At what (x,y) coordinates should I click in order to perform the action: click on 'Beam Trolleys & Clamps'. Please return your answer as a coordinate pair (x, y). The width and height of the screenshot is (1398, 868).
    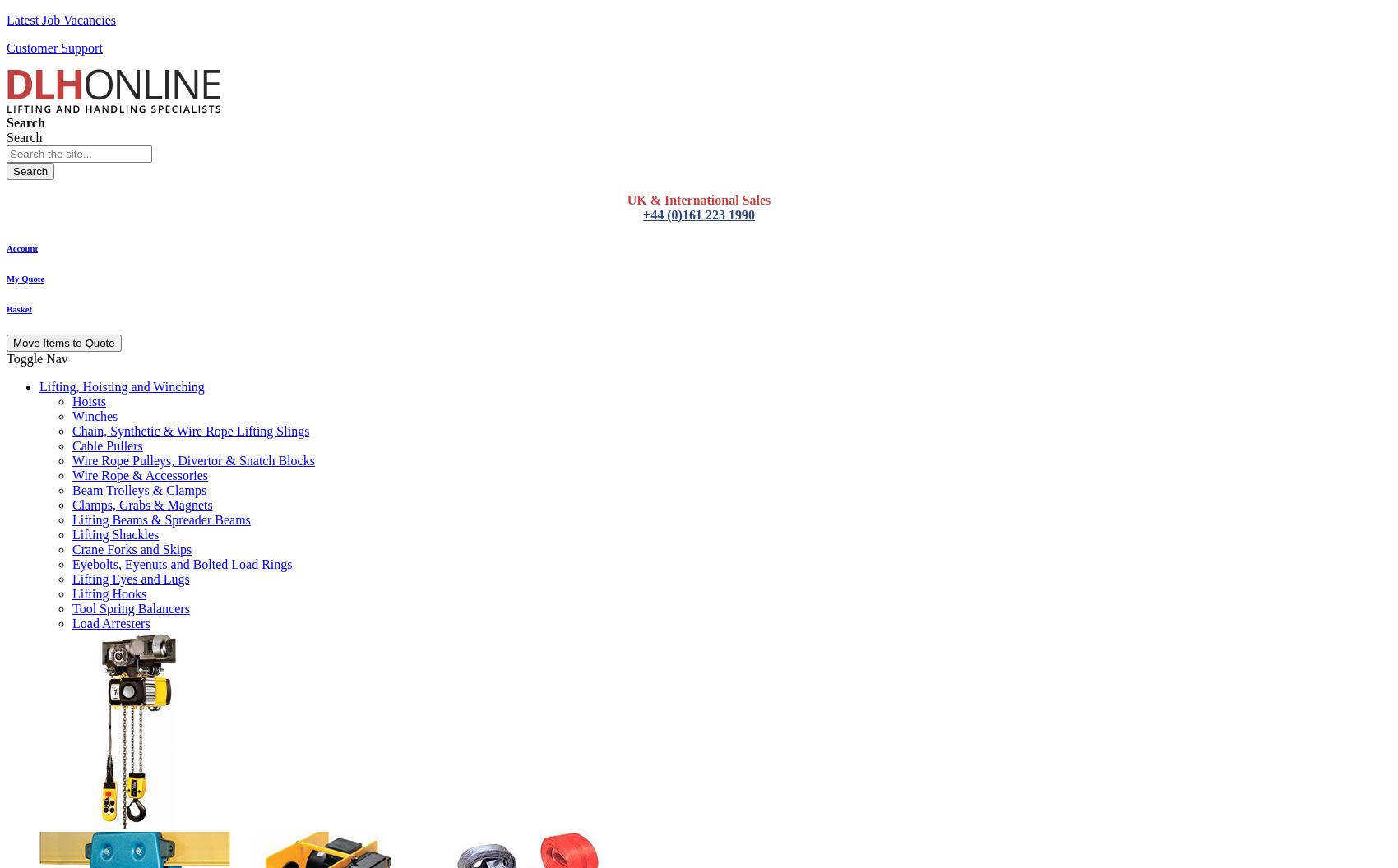
    Looking at the image, I should click on (138, 488).